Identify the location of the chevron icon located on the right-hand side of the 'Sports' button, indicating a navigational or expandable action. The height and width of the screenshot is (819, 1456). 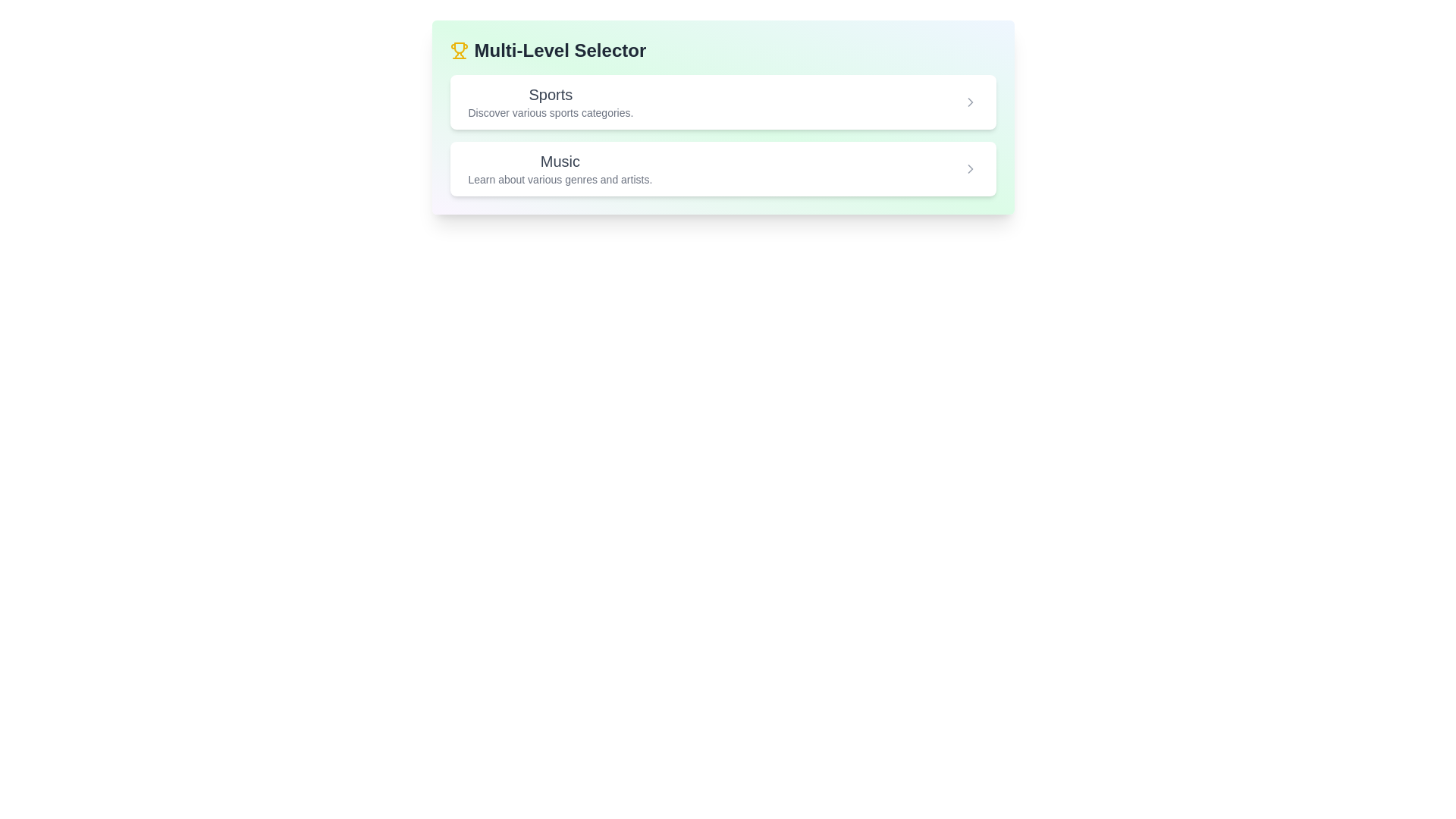
(969, 102).